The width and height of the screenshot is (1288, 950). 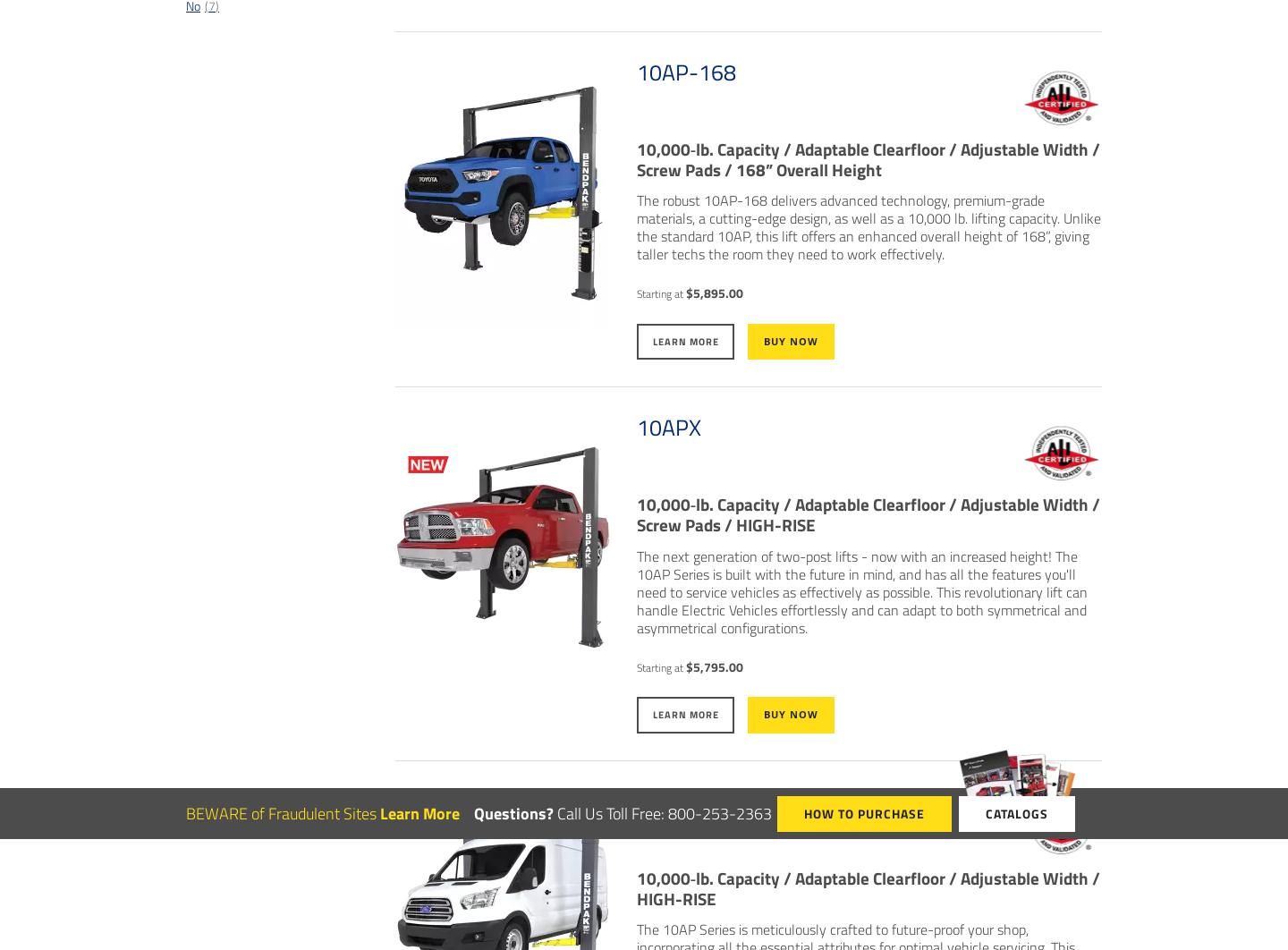 I want to click on '10APX-181', so click(x=690, y=801).